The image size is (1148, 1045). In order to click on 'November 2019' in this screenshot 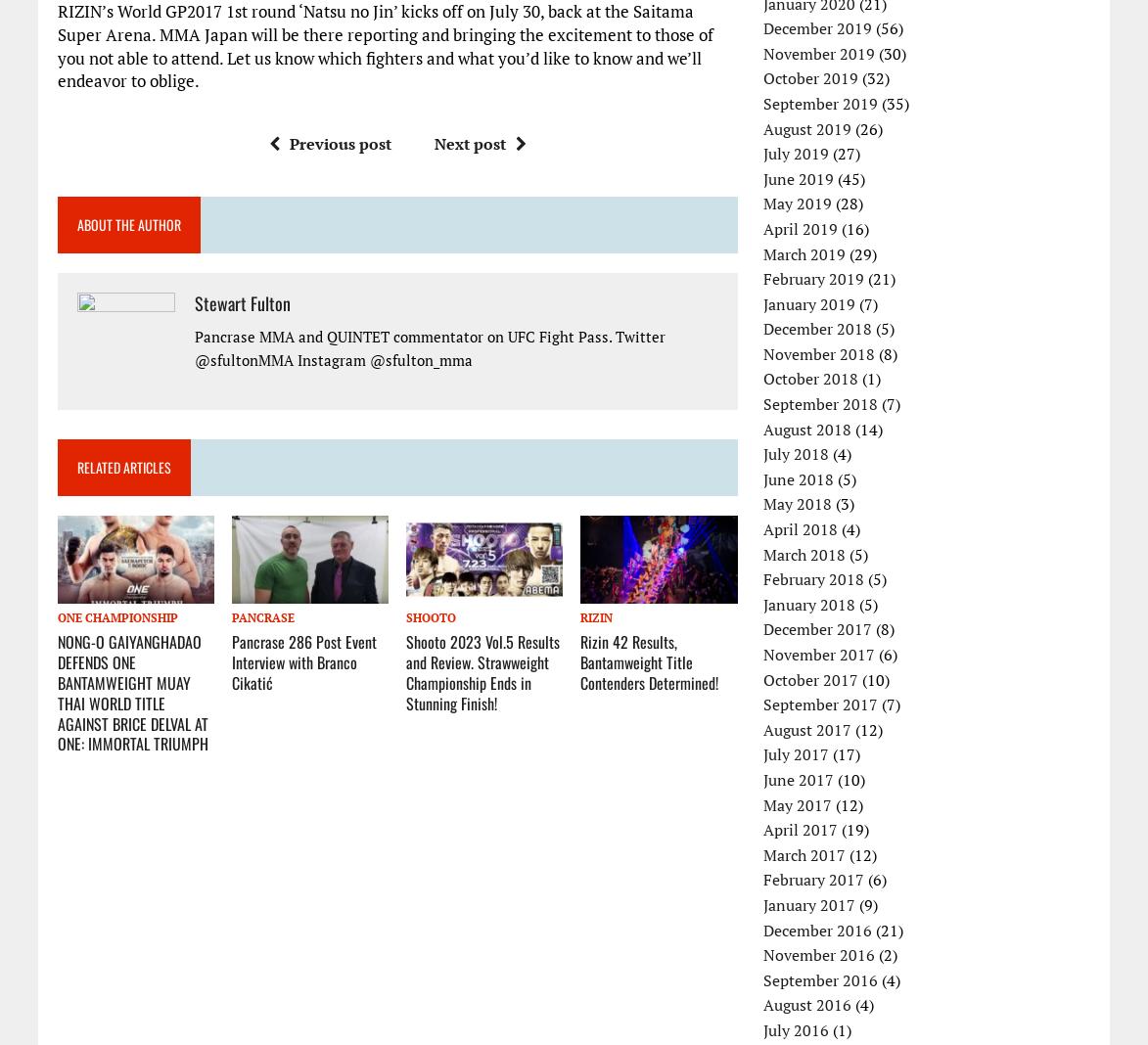, I will do `click(762, 52)`.